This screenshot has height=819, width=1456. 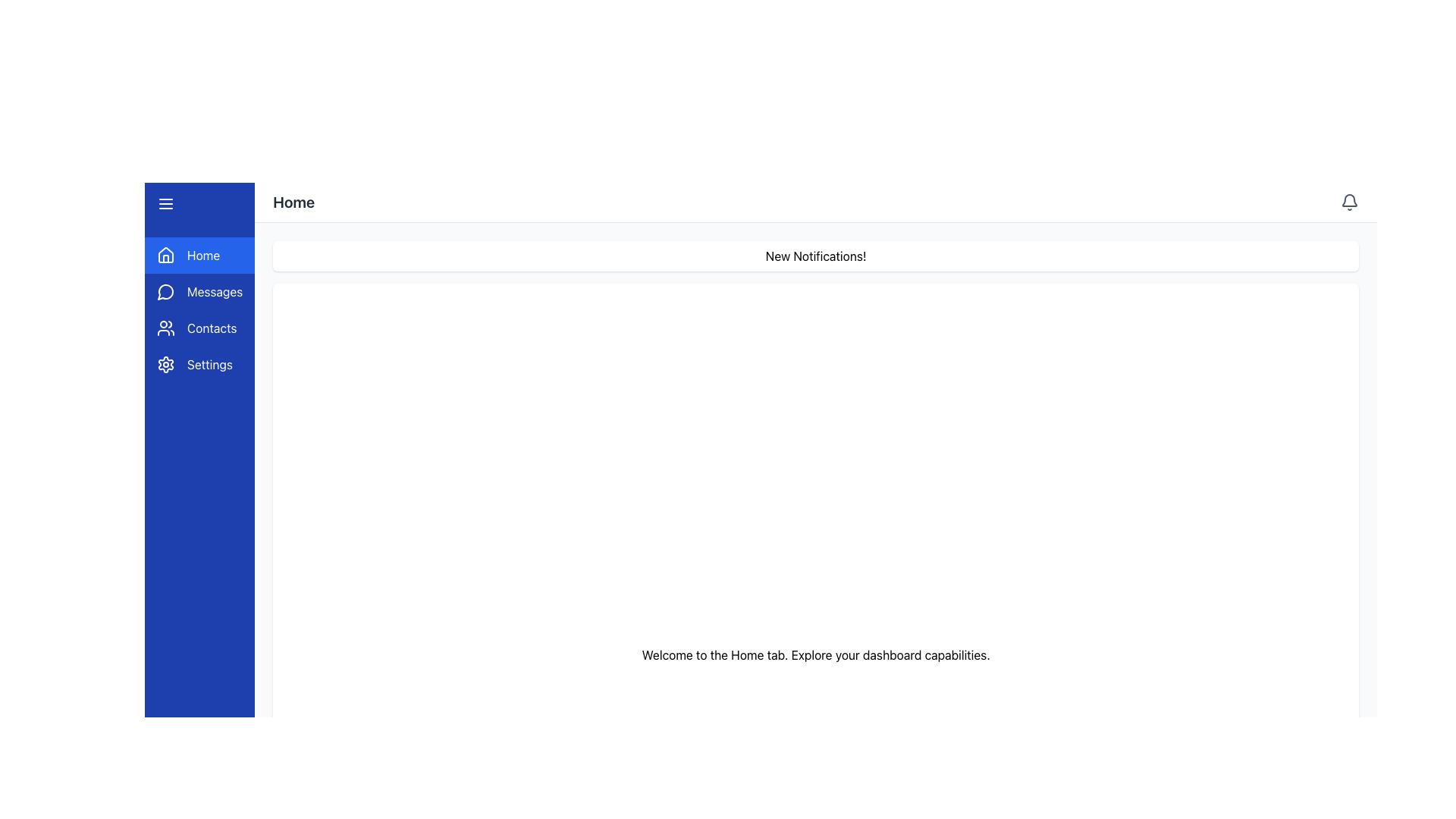 What do you see at coordinates (202, 254) in the screenshot?
I see `the 'Home' label on the left sidebar menu` at bounding box center [202, 254].